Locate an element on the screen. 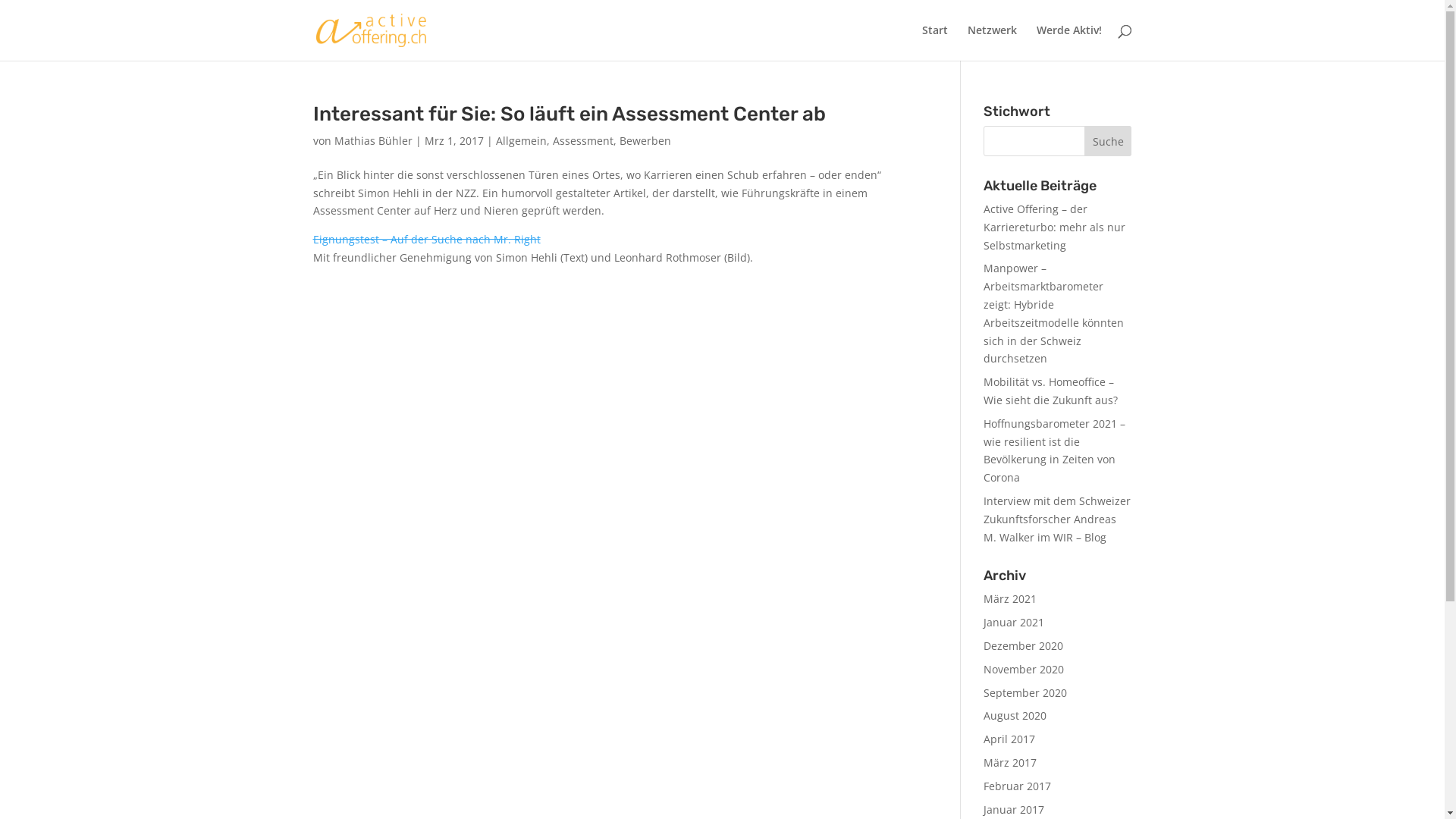 The height and width of the screenshot is (819, 1456). 'Februar 2017' is located at coordinates (1017, 785).